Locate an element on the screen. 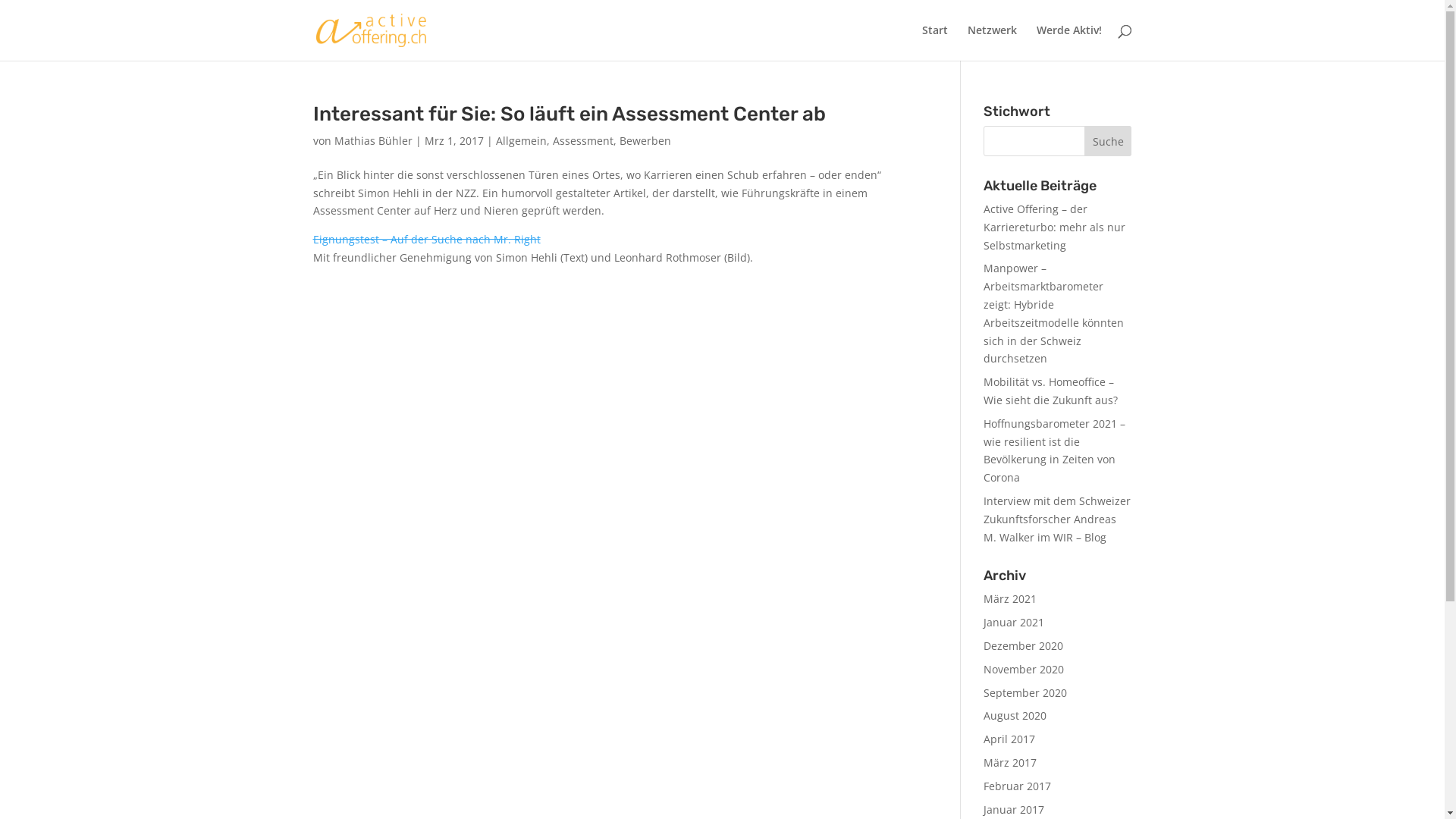 The height and width of the screenshot is (819, 1456). 'Februar 2017' is located at coordinates (1017, 785).